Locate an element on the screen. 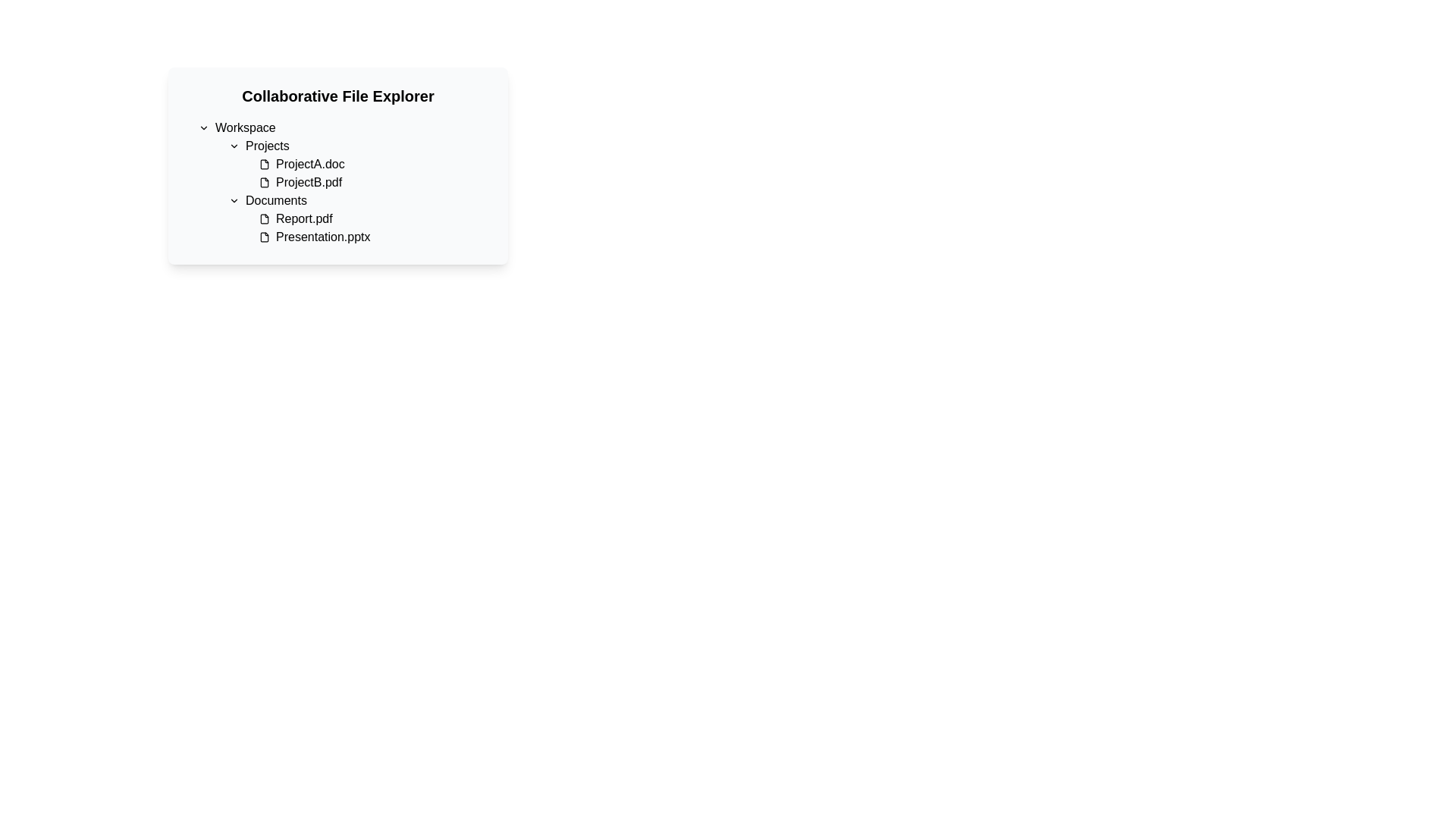 Image resolution: width=1456 pixels, height=819 pixels. the visual representation of the icon resembling a standard file associated with the 'ProjectB.pdf' entry in the file explorer under the 'Projects' section is located at coordinates (265, 181).